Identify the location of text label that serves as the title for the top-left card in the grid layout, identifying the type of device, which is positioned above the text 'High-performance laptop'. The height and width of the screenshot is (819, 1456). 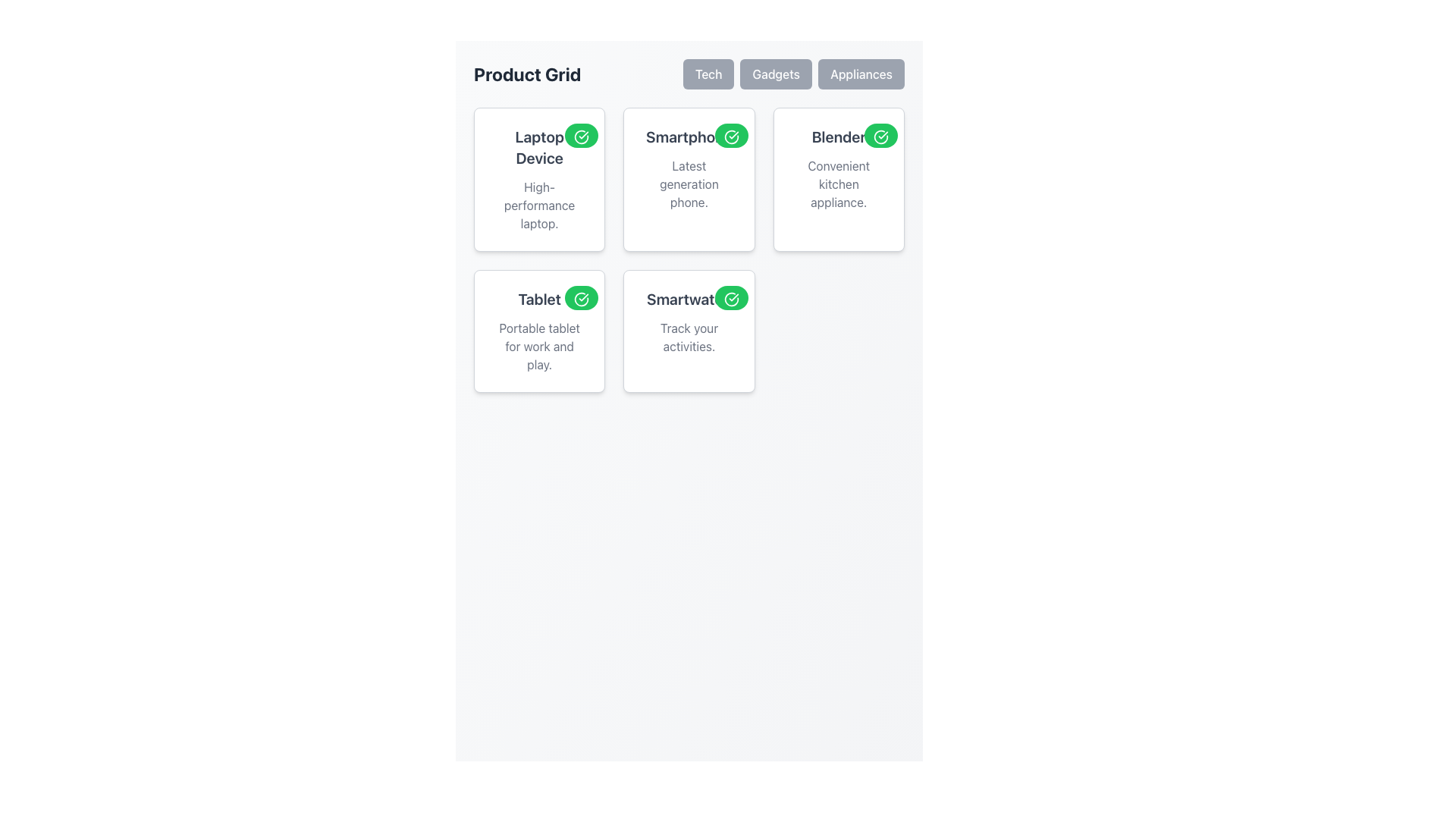
(539, 148).